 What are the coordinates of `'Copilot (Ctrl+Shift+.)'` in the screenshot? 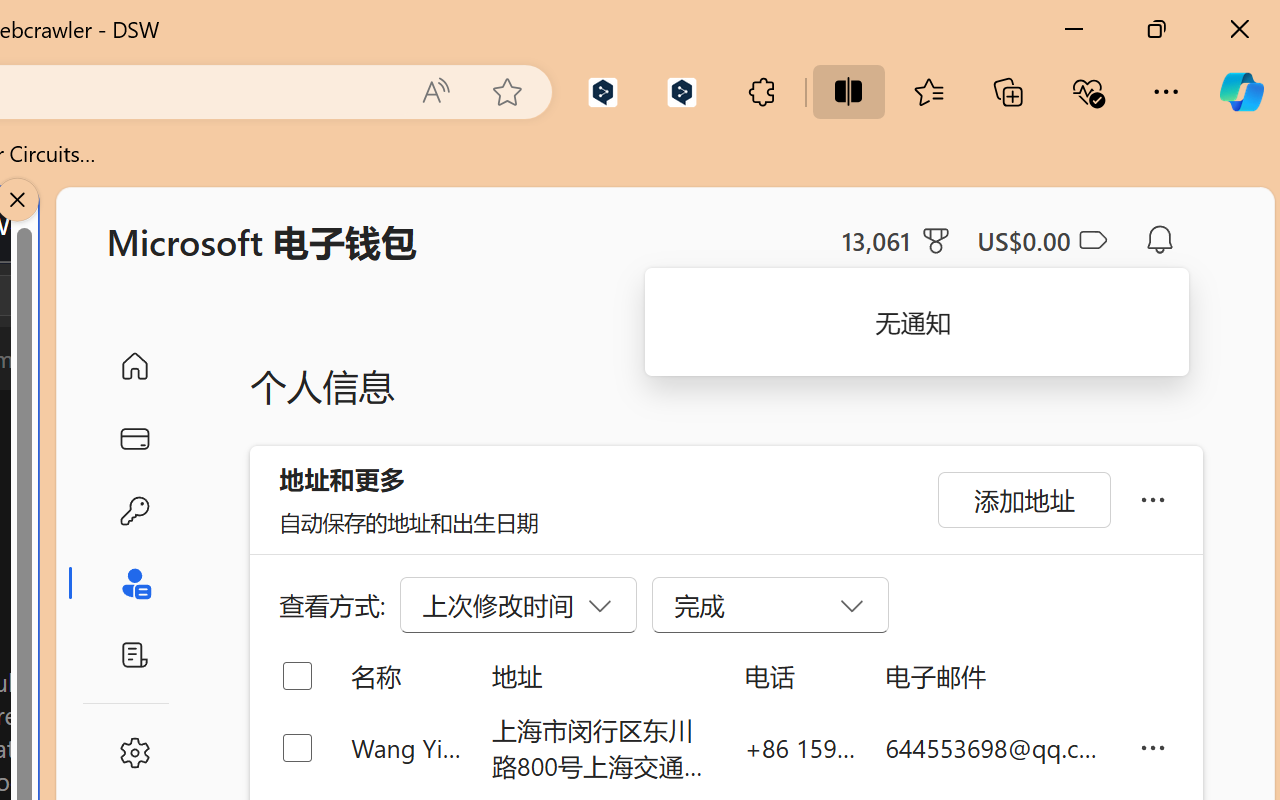 It's located at (1240, 91).